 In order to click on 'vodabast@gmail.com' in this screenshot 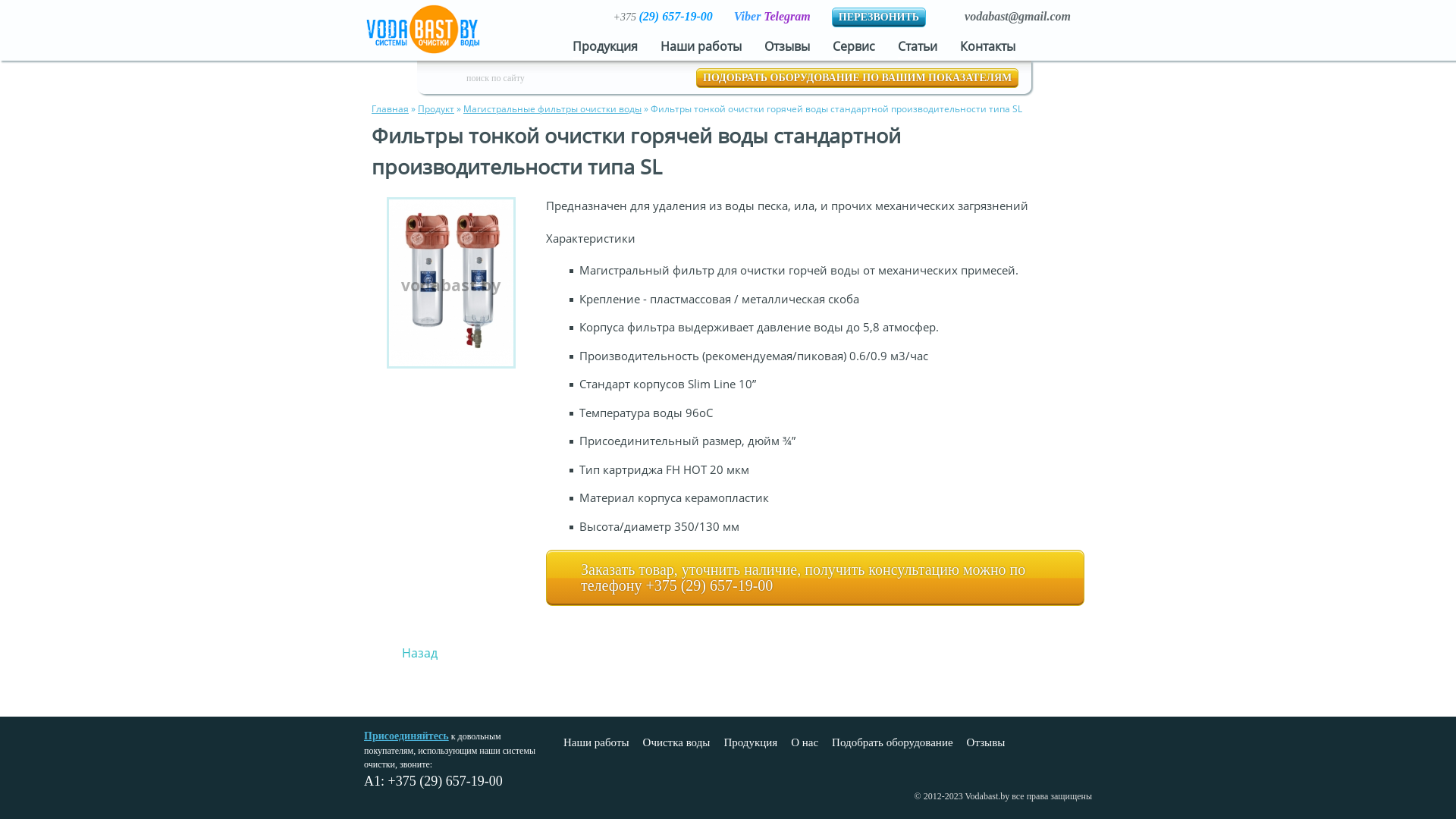, I will do `click(1018, 16)`.